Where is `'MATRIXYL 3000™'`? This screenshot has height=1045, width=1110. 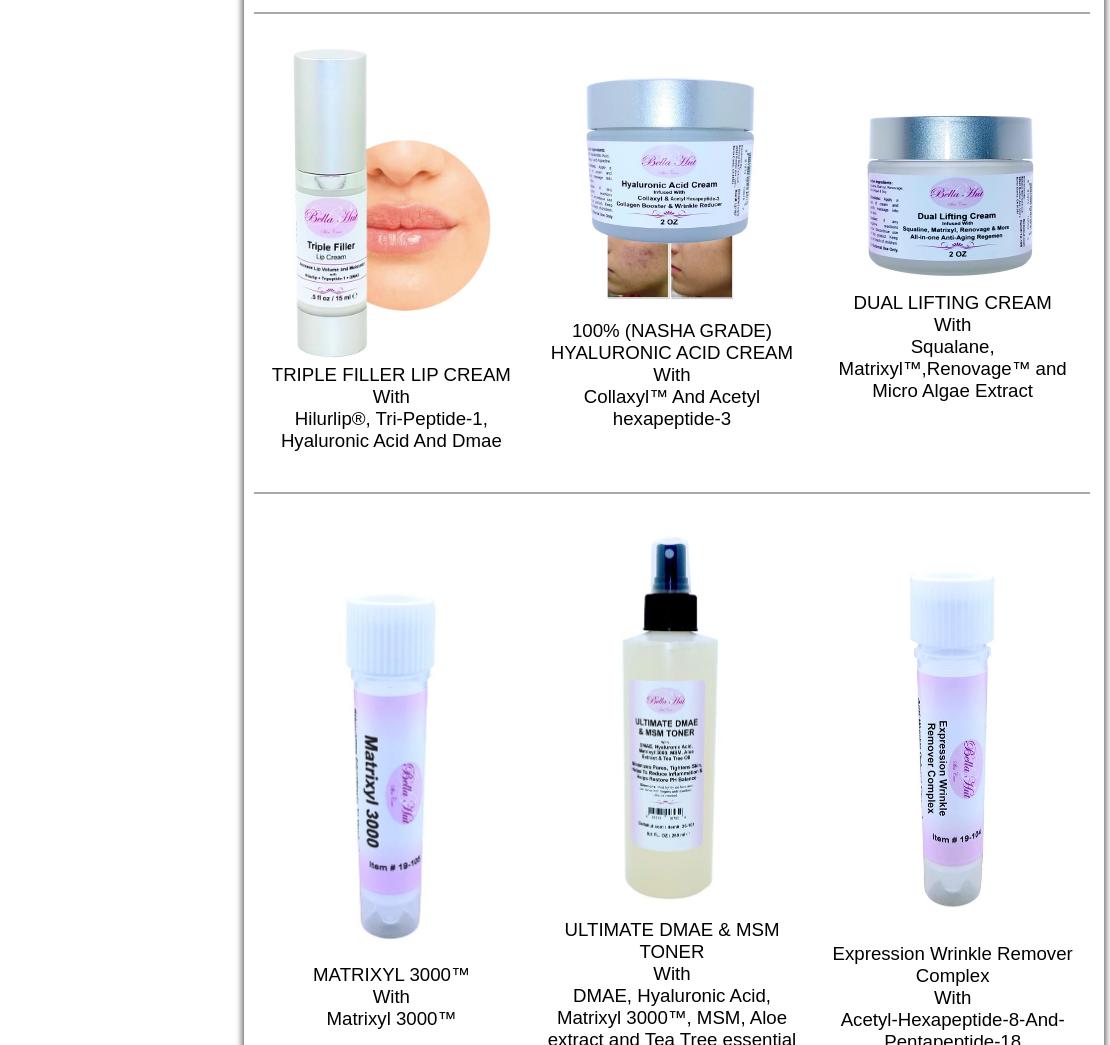
'MATRIXYL 3000™' is located at coordinates (390, 973).